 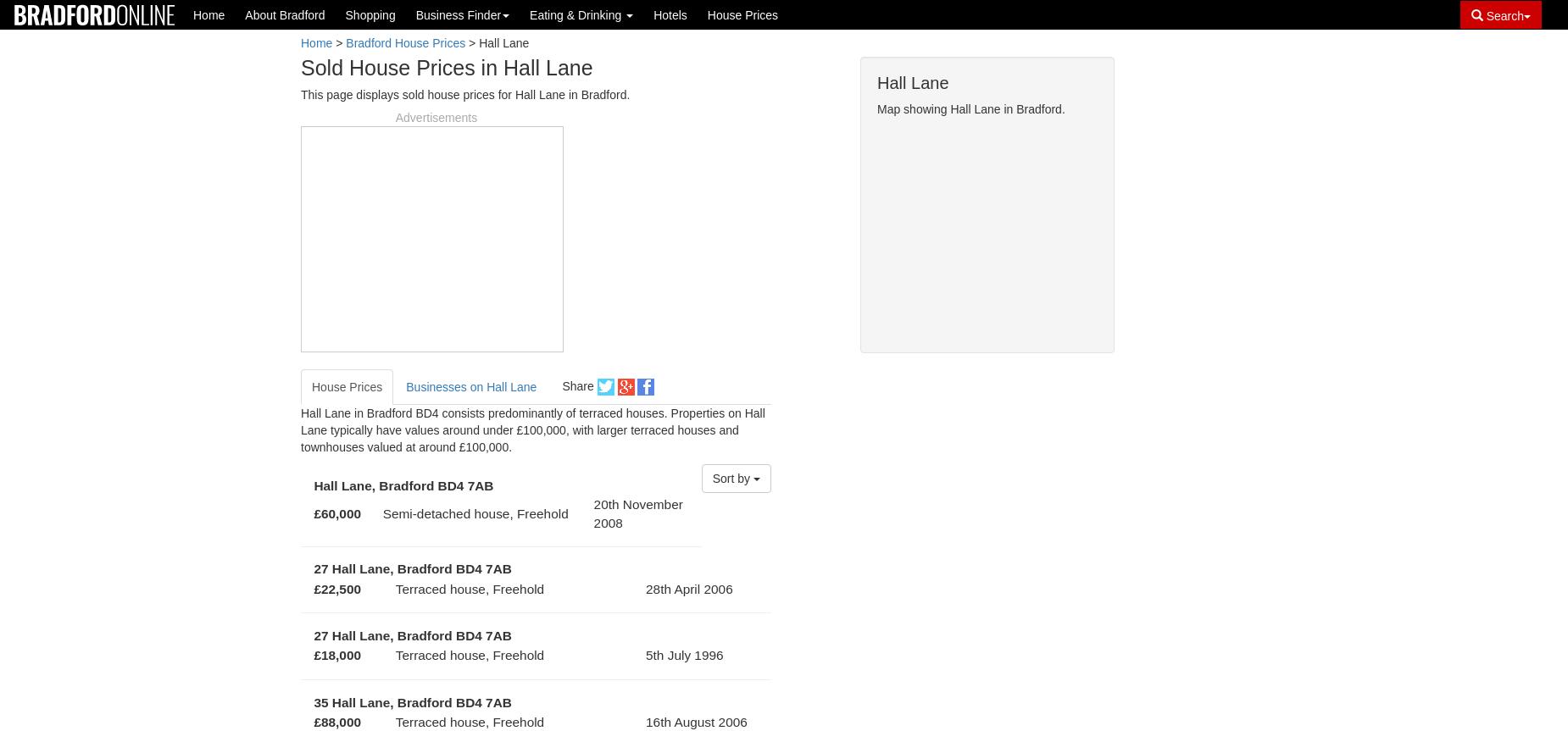 What do you see at coordinates (336, 512) in the screenshot?
I see `'£60,000'` at bounding box center [336, 512].